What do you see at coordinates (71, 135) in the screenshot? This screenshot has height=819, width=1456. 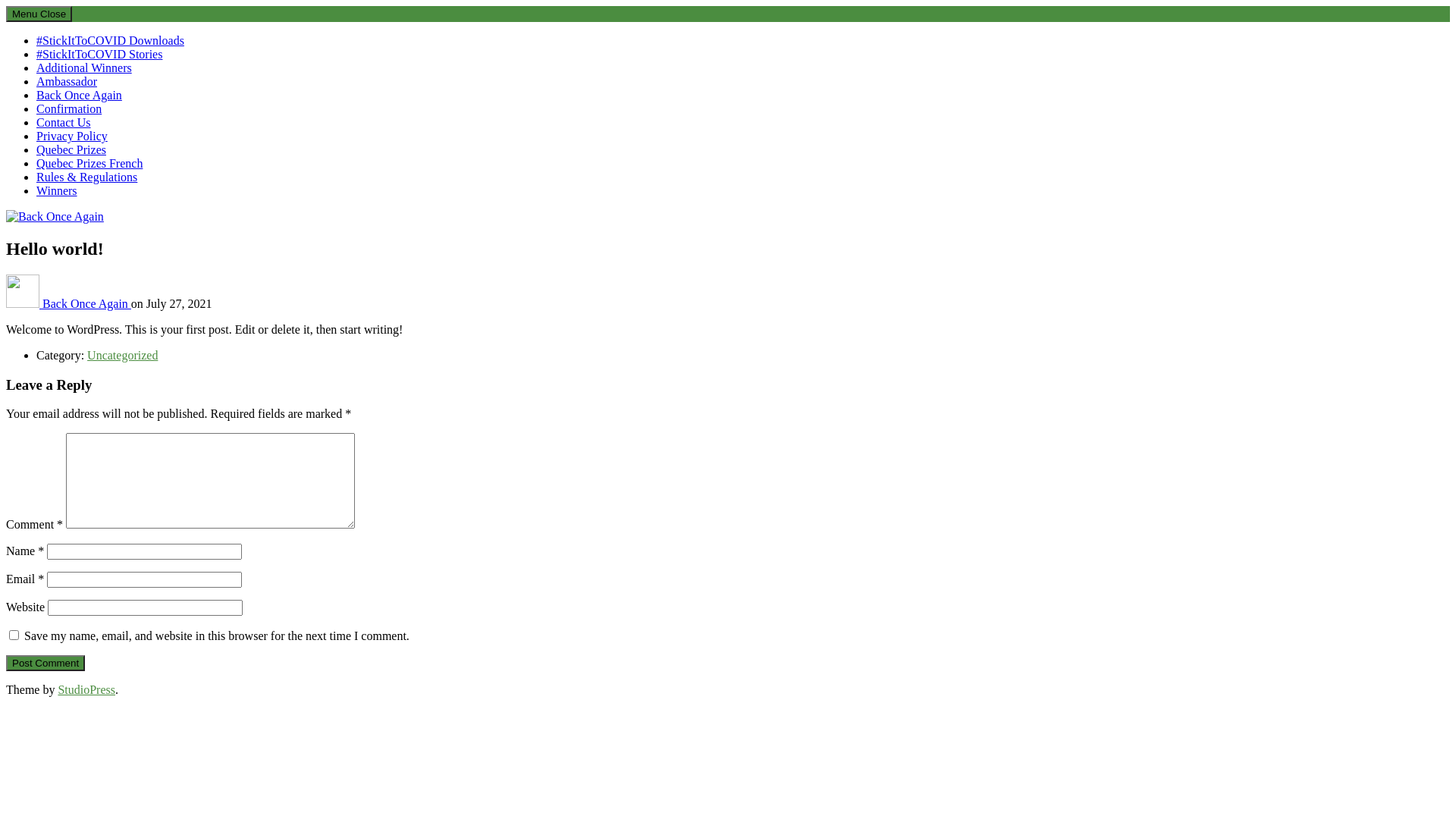 I see `'Privacy Policy'` at bounding box center [71, 135].